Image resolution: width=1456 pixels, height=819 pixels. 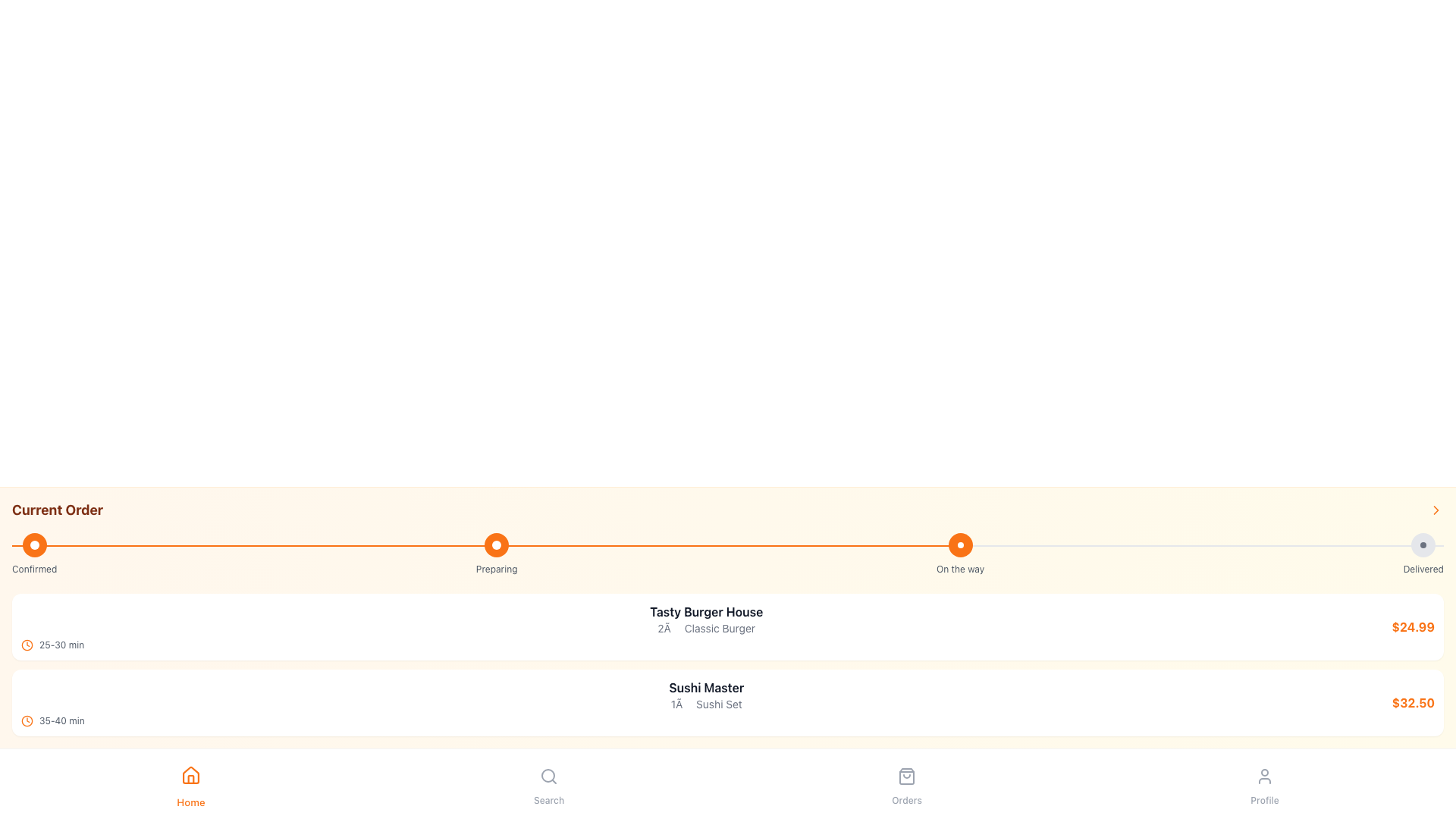 I want to click on text label indicating the estimated delivery time, which displays '25-30 min' next to a clock icon, located in the first row of a list-like structure, so click(x=61, y=645).